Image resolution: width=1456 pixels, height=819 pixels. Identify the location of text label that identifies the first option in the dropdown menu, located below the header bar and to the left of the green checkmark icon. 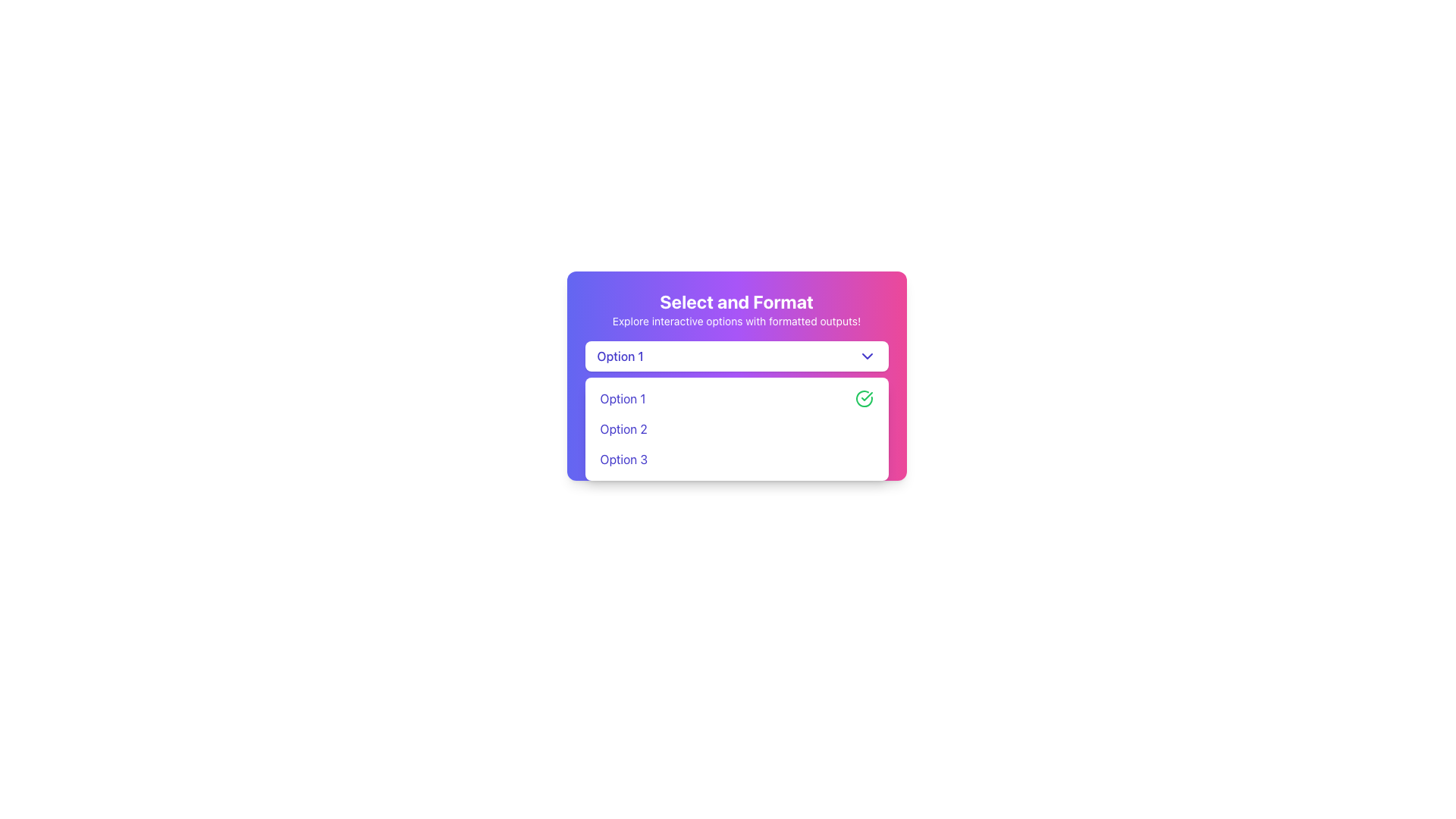
(623, 397).